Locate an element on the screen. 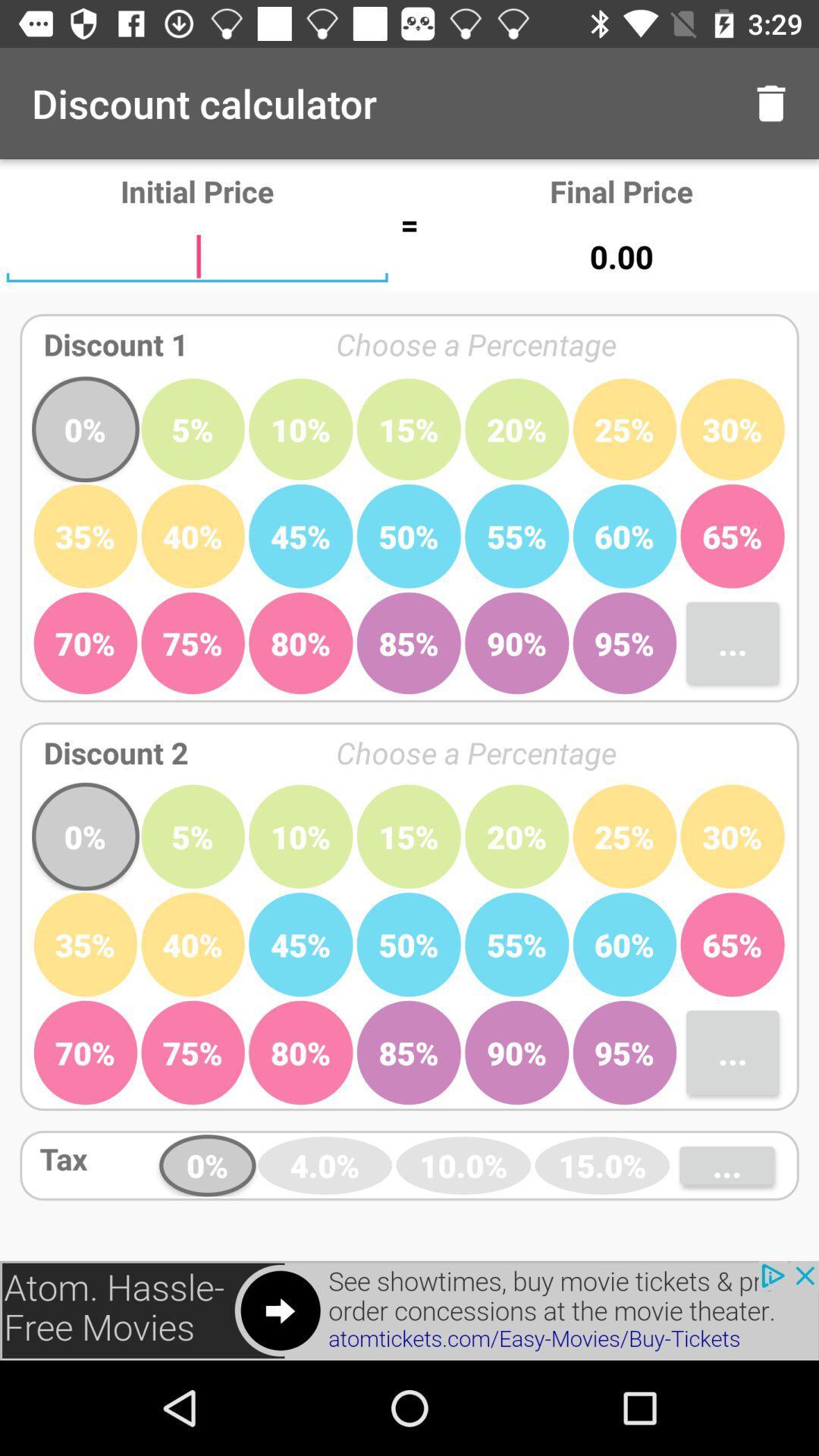 This screenshot has height=1456, width=819. advertisement is located at coordinates (409, 1310).